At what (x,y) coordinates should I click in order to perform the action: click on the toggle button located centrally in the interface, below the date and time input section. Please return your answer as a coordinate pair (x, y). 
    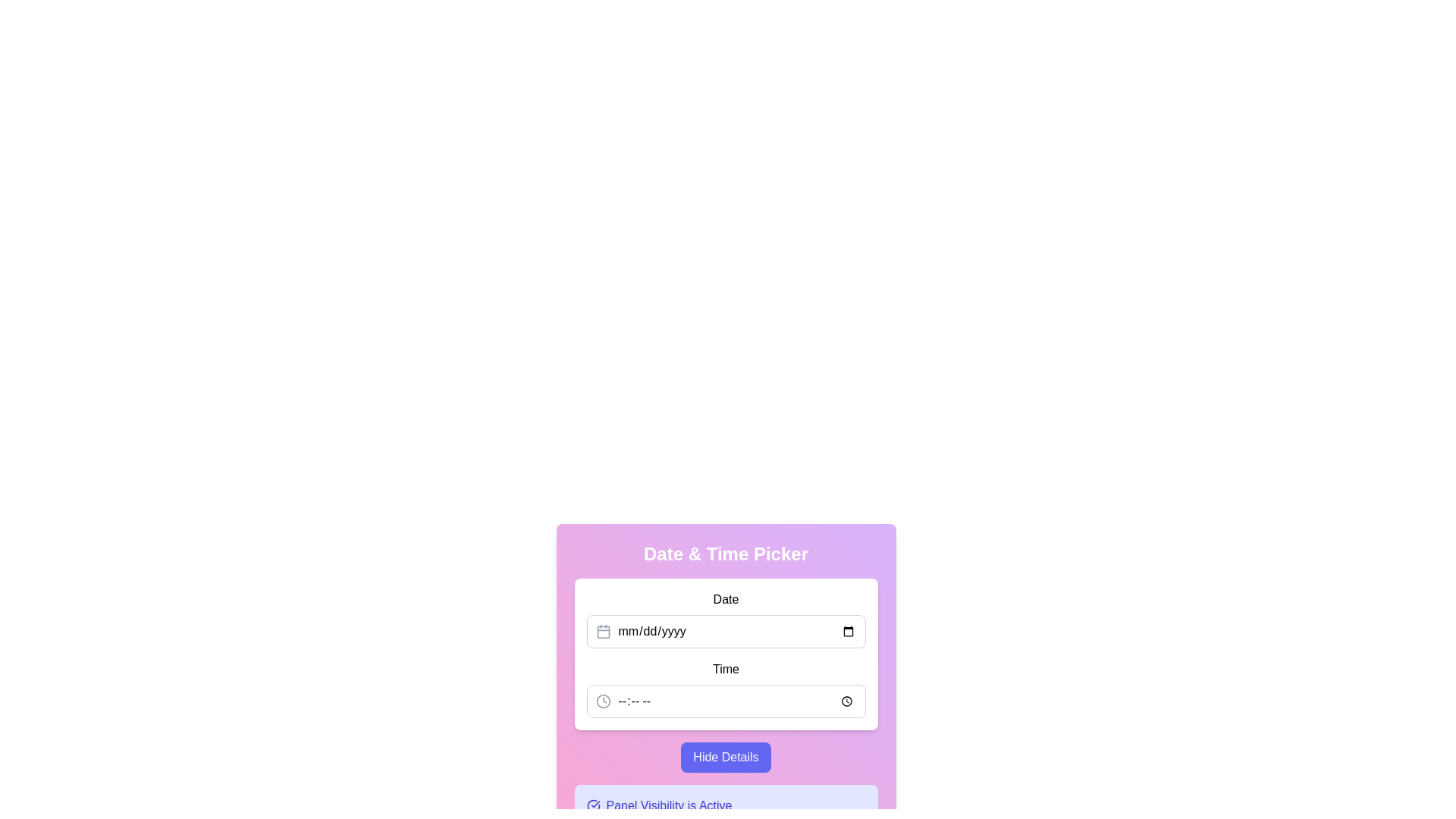
    Looking at the image, I should click on (725, 758).